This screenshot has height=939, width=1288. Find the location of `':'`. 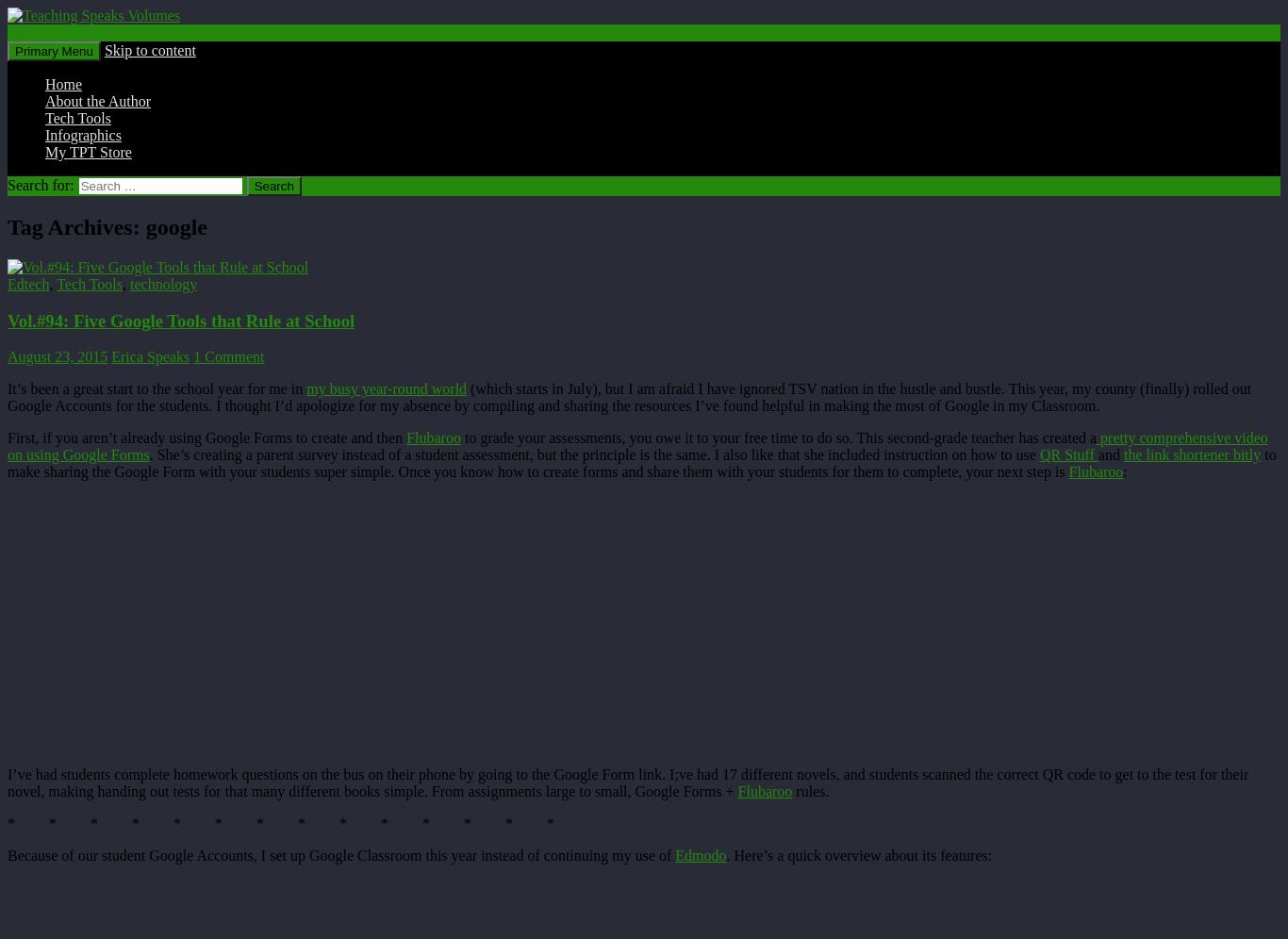

':' is located at coordinates (1125, 471).